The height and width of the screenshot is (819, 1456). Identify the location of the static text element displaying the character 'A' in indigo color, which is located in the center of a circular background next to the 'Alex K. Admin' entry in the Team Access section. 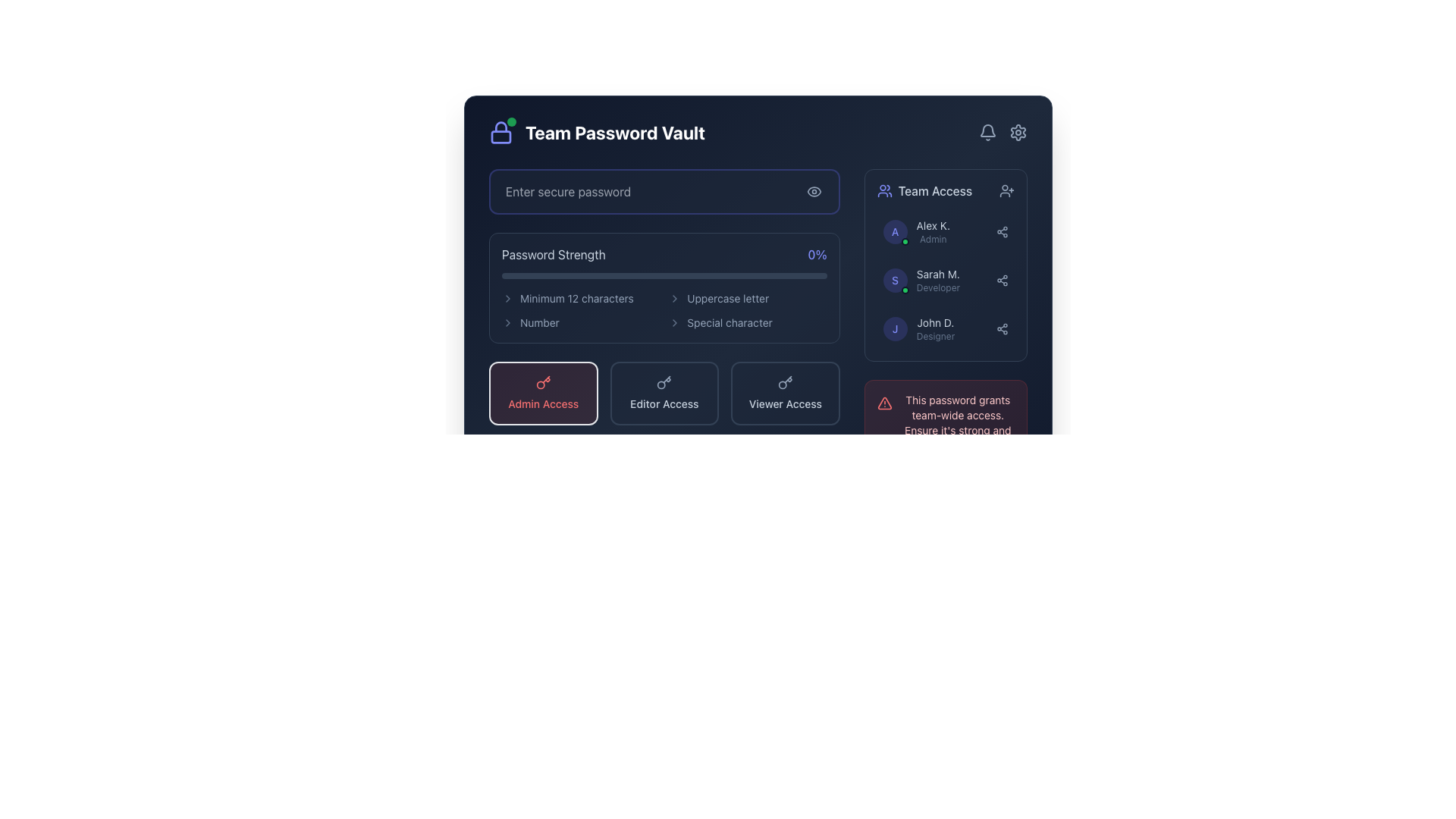
(895, 231).